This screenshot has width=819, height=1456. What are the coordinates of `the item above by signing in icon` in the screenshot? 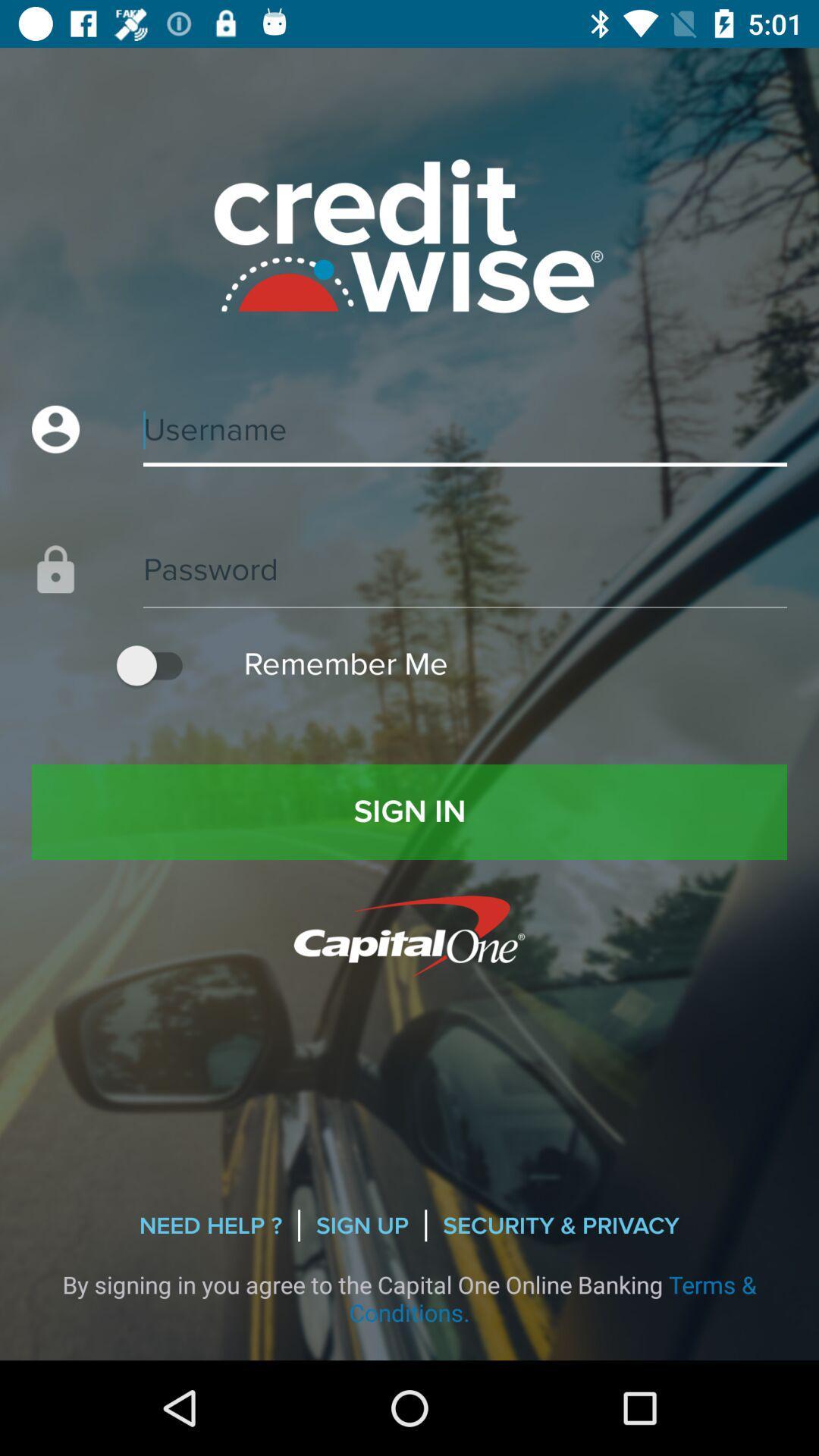 It's located at (561, 1225).